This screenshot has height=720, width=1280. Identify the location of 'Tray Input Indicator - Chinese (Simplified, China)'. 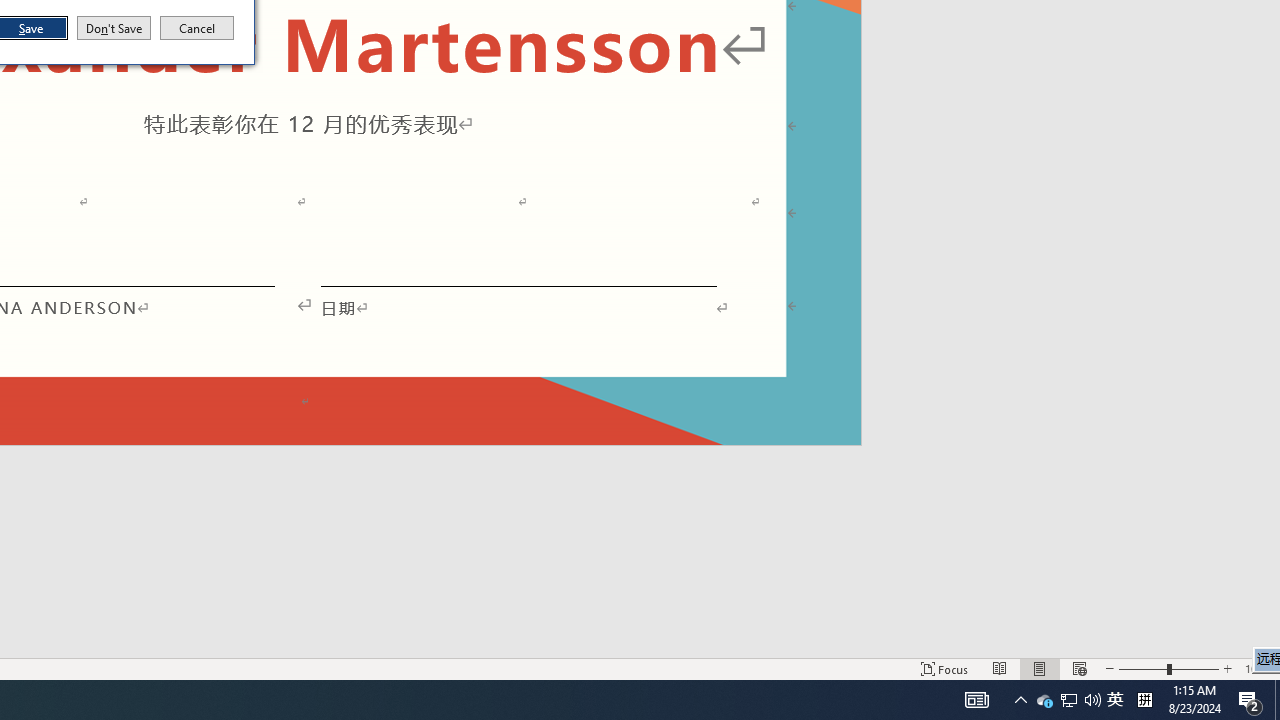
(1144, 698).